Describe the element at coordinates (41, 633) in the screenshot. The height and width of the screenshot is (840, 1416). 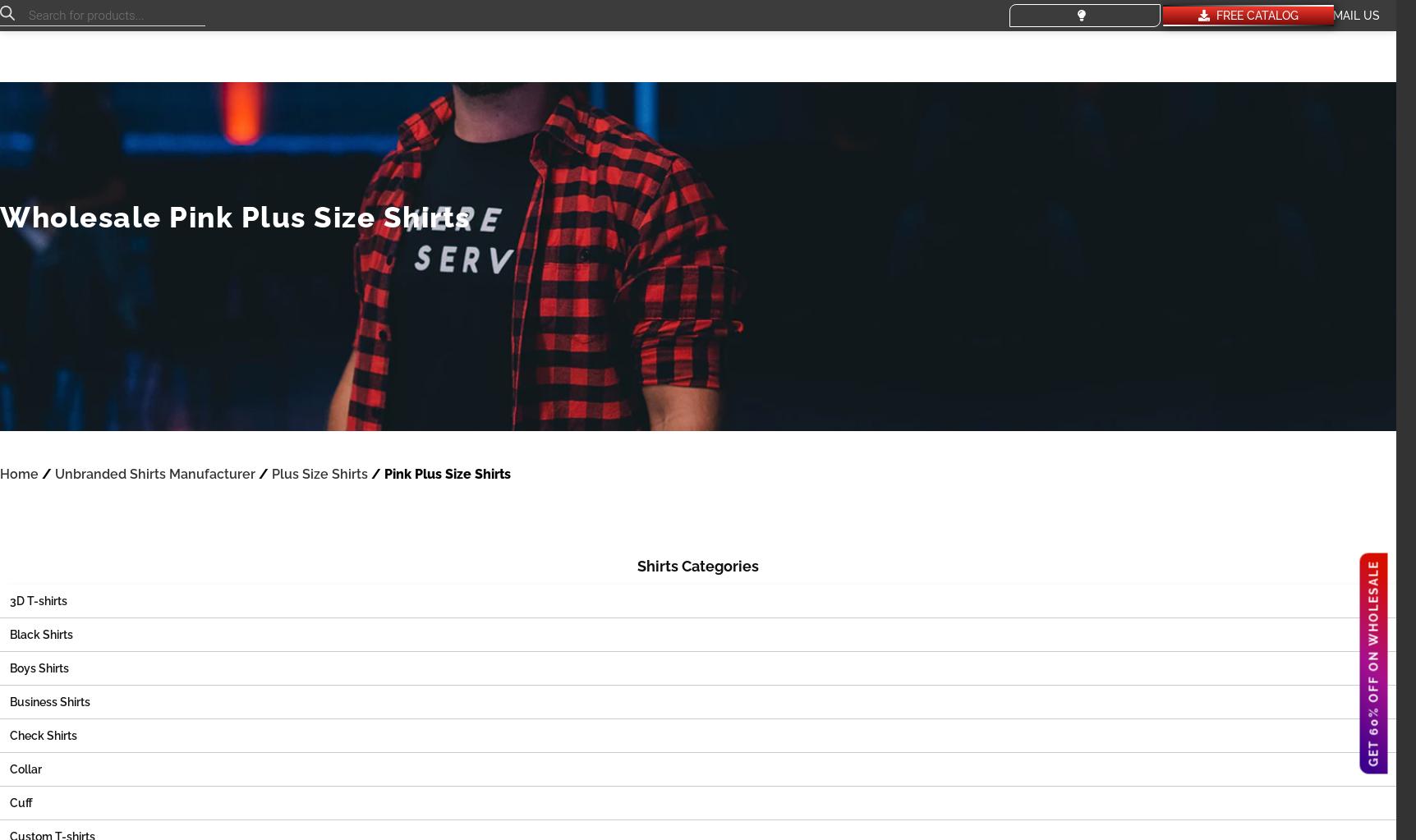
I see `'Black Shirts'` at that location.